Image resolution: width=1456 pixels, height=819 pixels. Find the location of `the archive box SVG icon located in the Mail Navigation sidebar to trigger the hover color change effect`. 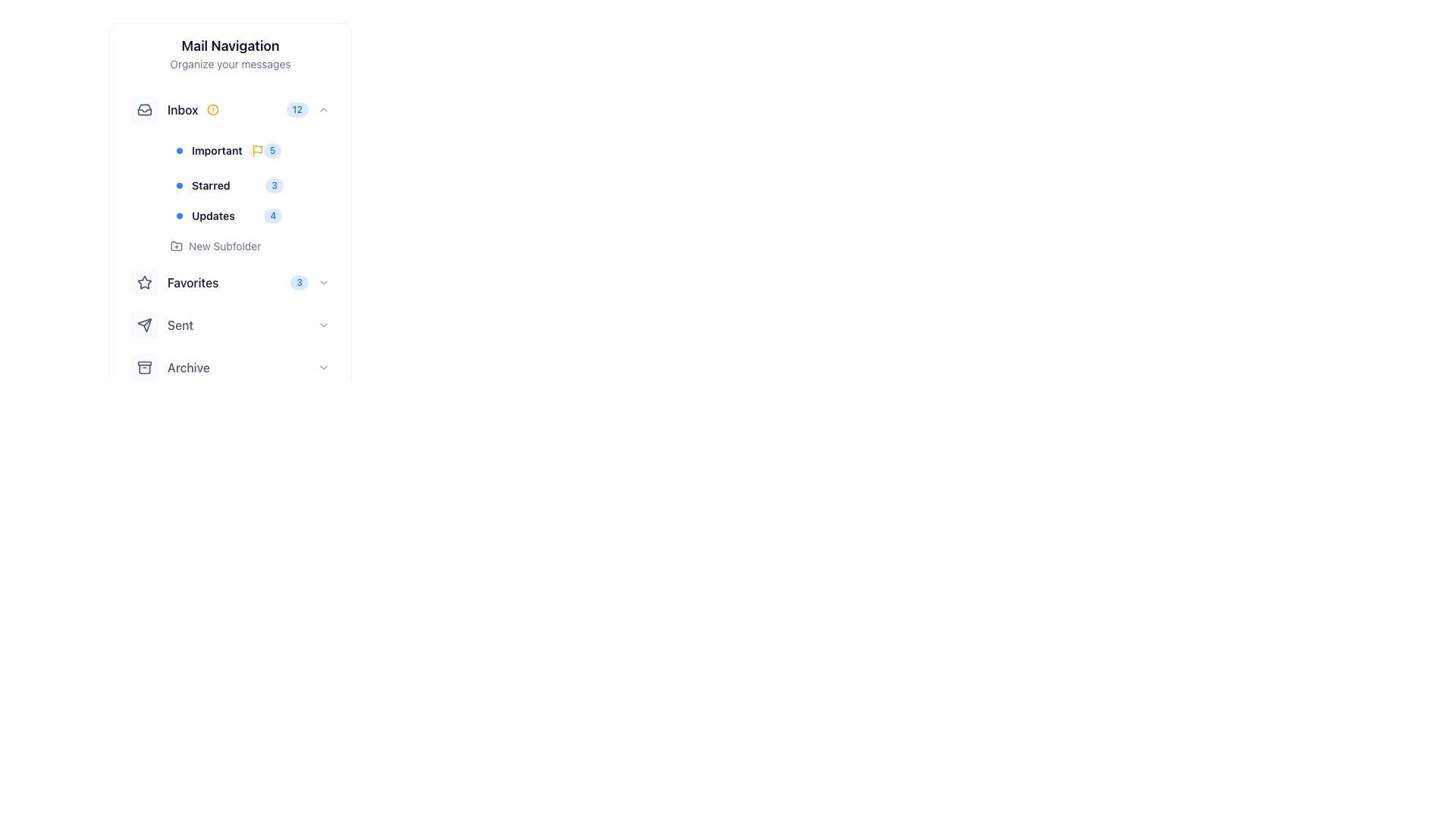

the archive box SVG icon located in the Mail Navigation sidebar to trigger the hover color change effect is located at coordinates (145, 368).